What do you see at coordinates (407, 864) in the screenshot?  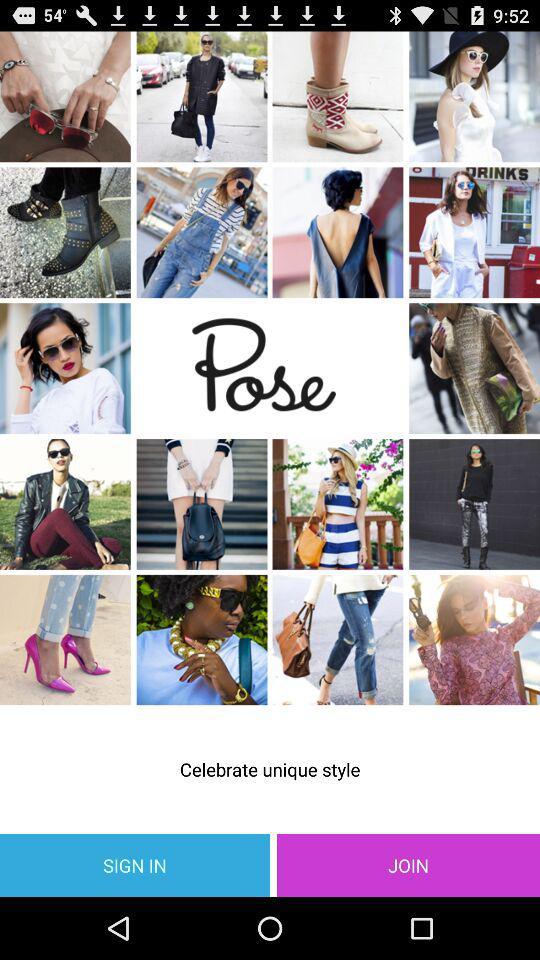 I see `the icon to the right of sign in` at bounding box center [407, 864].